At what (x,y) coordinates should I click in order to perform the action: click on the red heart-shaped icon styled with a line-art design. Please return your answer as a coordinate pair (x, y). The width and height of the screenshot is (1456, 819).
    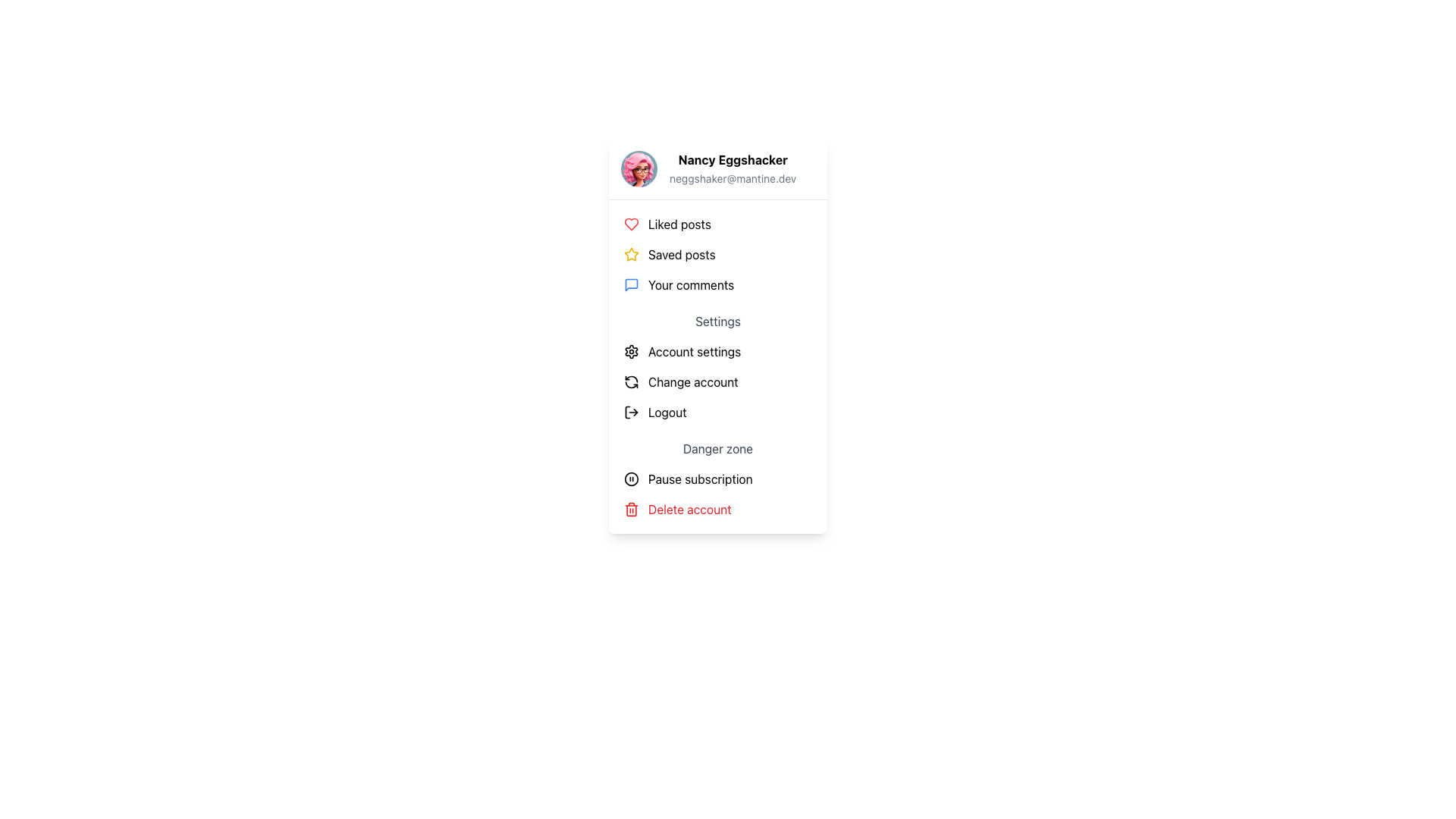
    Looking at the image, I should click on (632, 224).